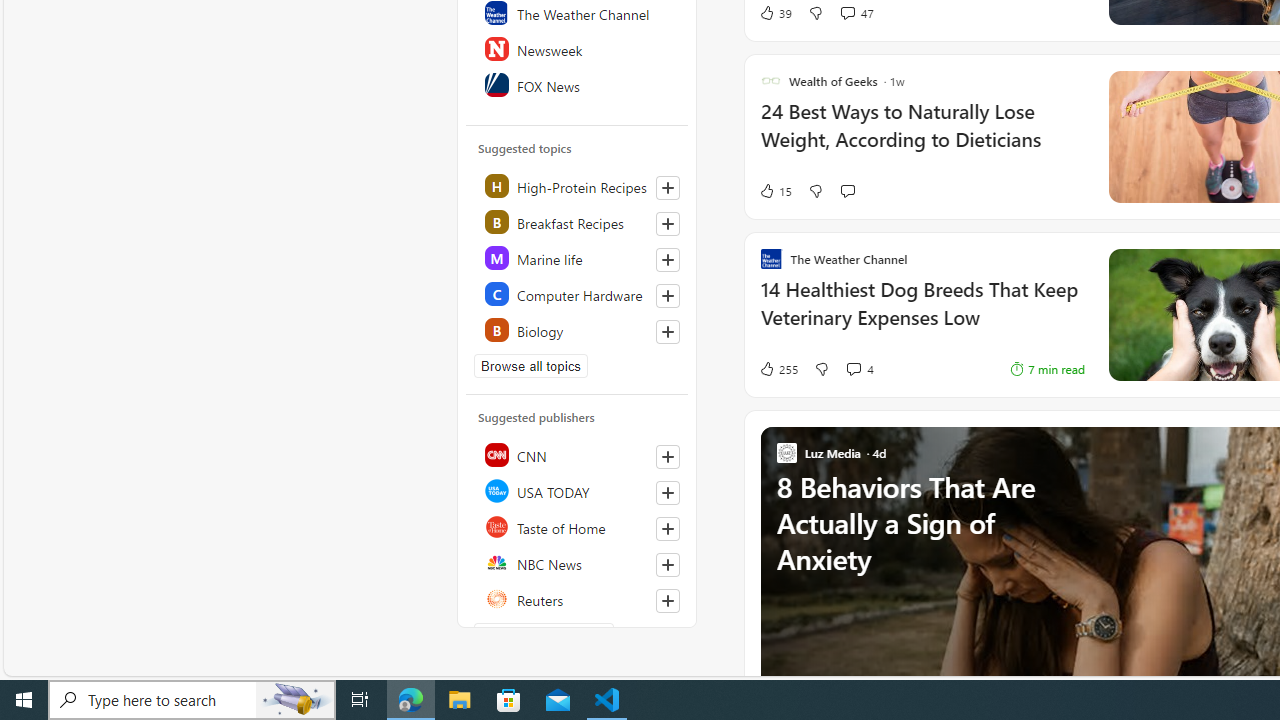 The image size is (1280, 720). Describe the element at coordinates (667, 330) in the screenshot. I see `'Follow this topic'` at that location.